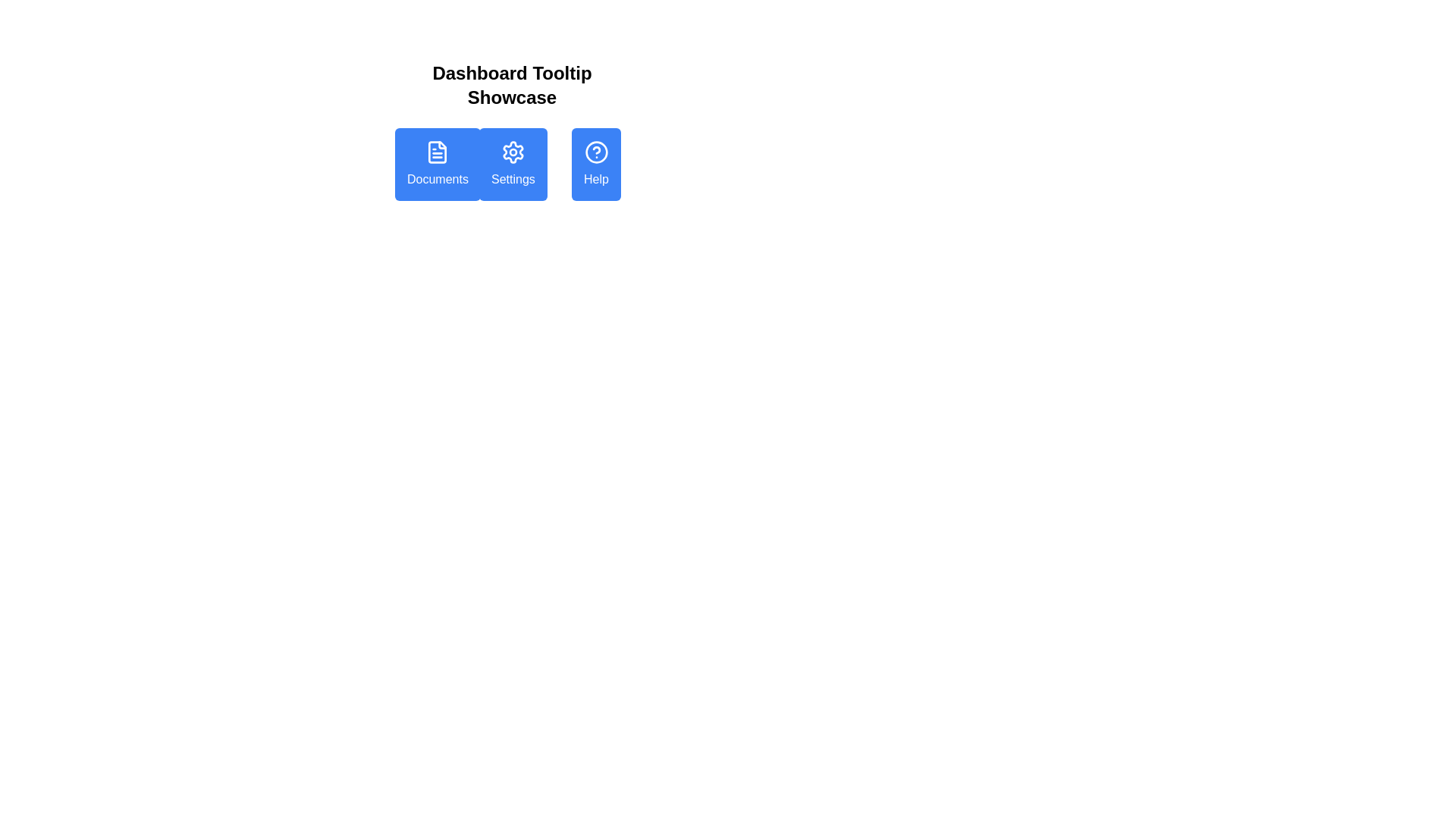 The height and width of the screenshot is (819, 1456). I want to click on the blue rectangular button labeled 'Documents' which is the first button in a row under the 'Dashboard Tooltip Showcase' heading, so click(427, 164).